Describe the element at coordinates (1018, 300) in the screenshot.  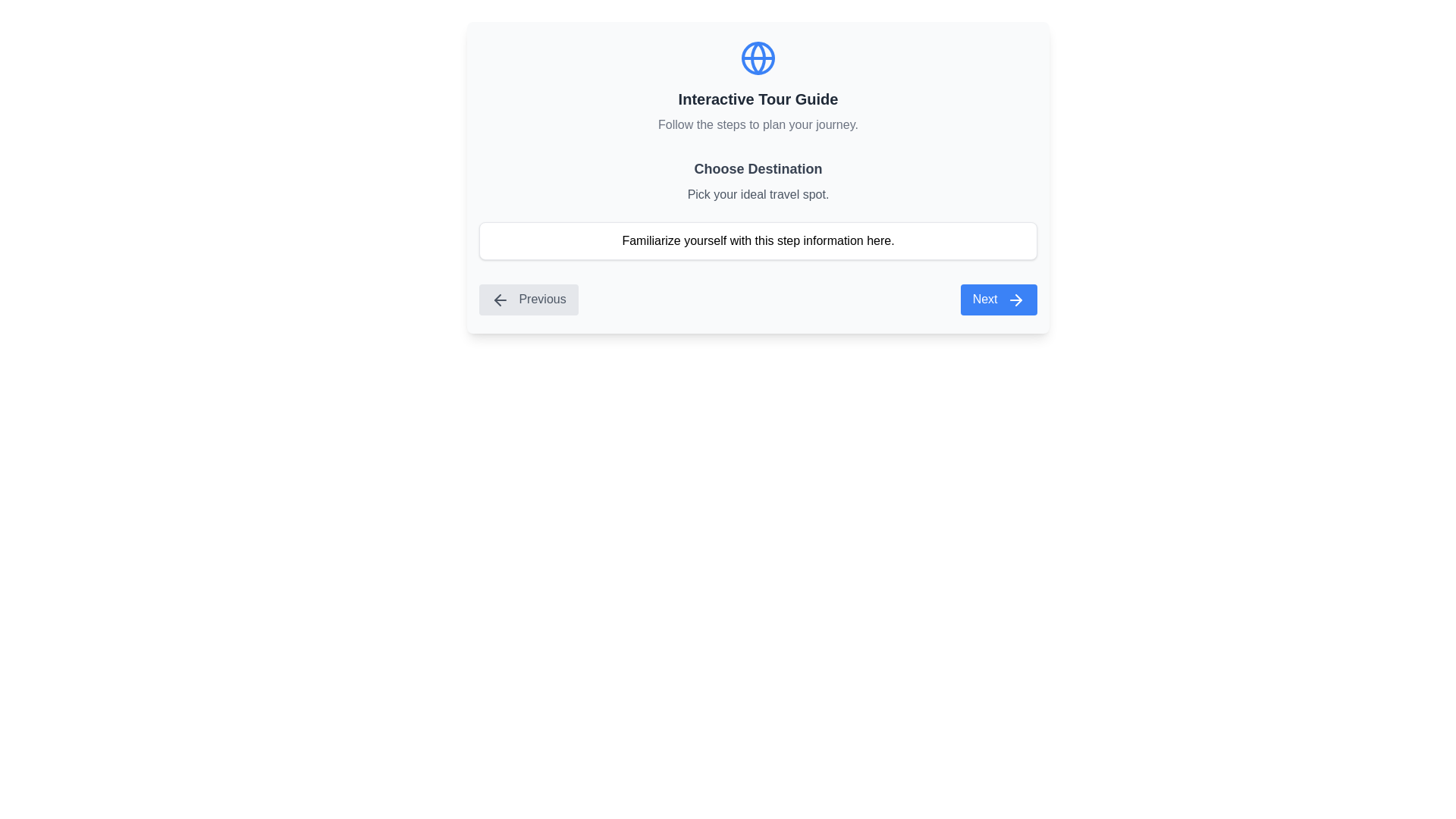
I see `the right-pointing arrow icon that is part of the blue 'Next' button located at the lower-right section of the interface` at that location.